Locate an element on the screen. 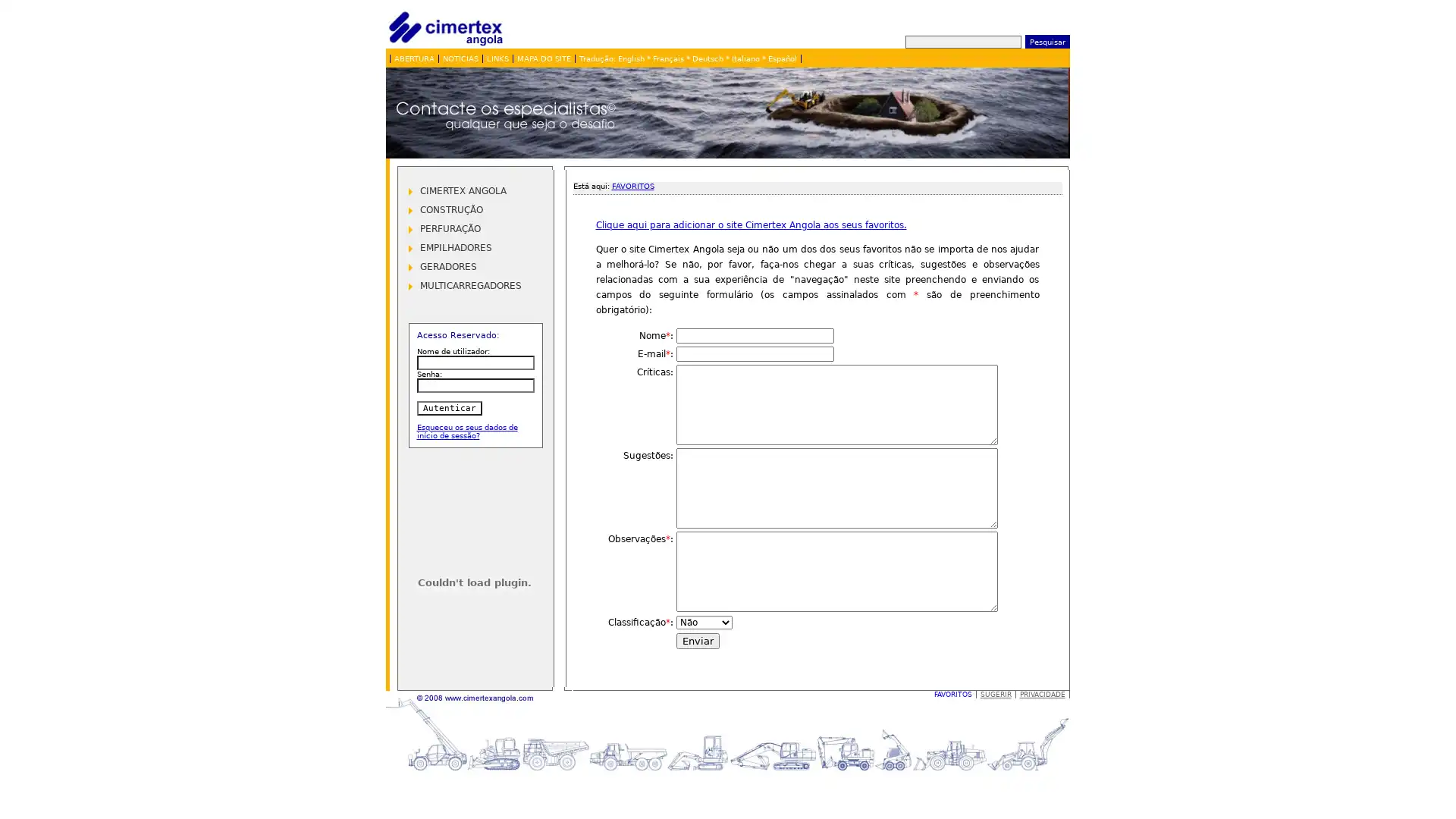 The width and height of the screenshot is (1456, 819). Pesquisar is located at coordinates (1046, 40).